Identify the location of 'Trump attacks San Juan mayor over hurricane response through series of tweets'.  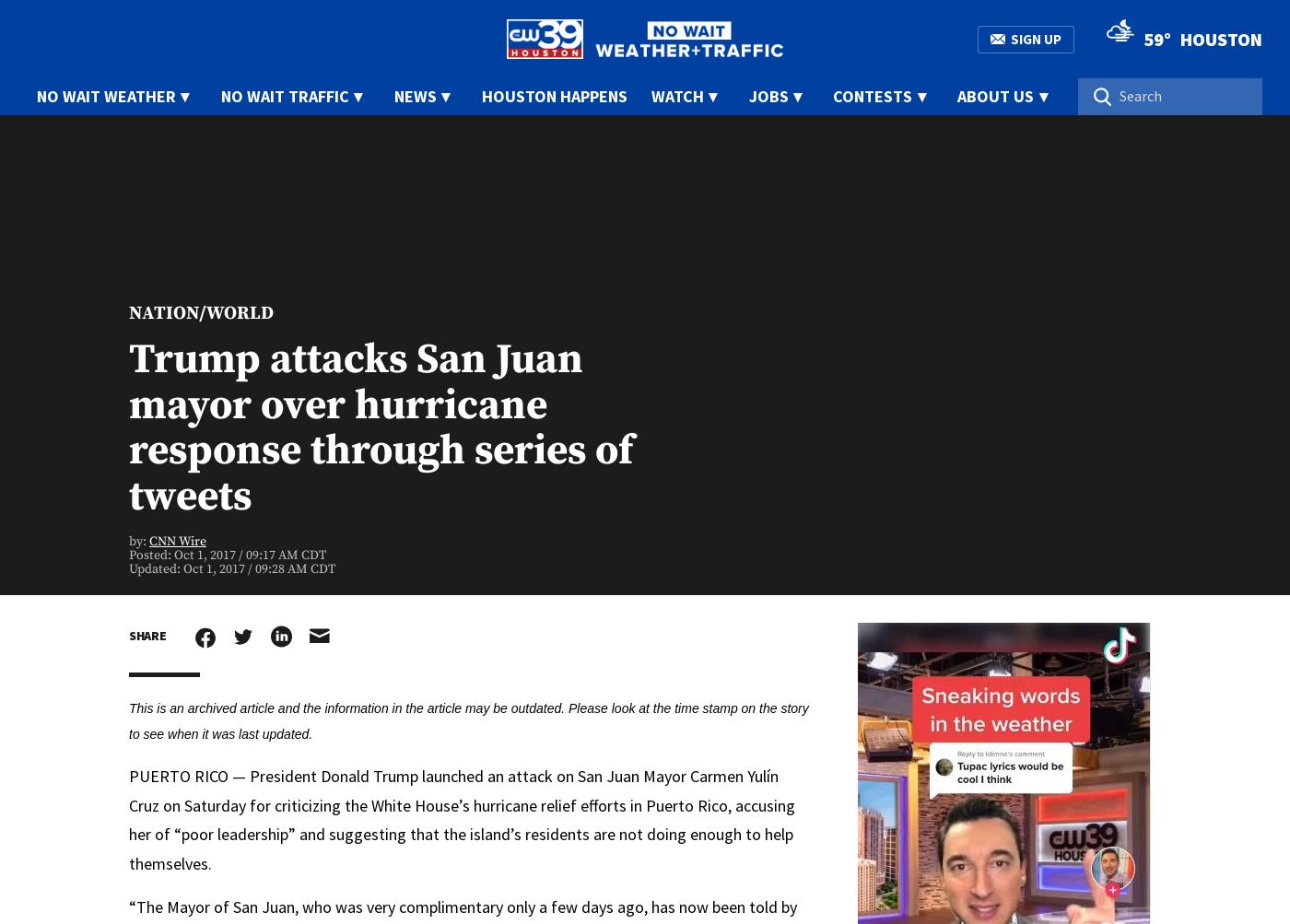
(129, 427).